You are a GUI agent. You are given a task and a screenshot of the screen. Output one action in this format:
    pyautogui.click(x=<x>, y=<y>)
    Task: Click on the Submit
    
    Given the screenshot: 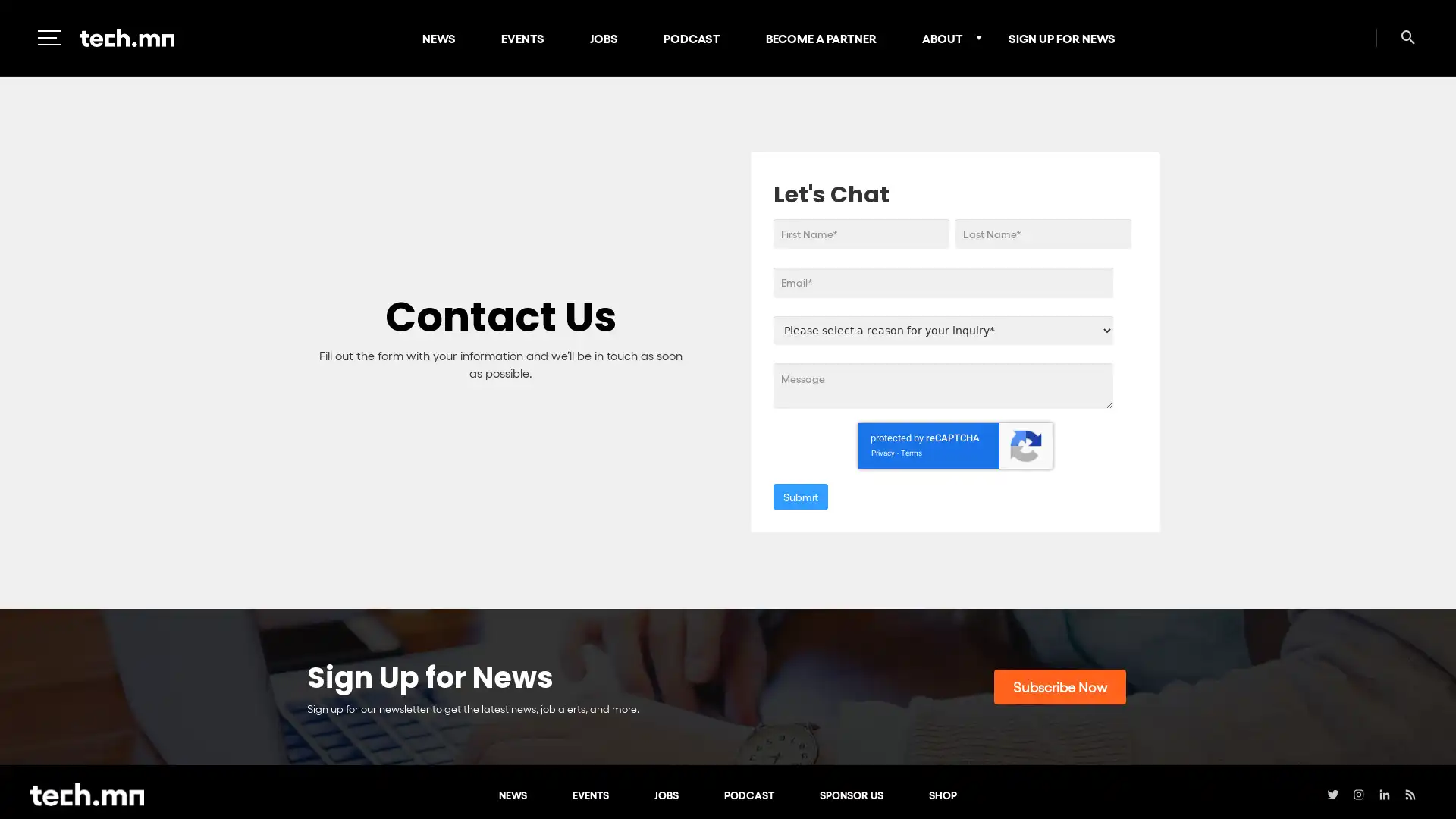 What is the action you would take?
    pyautogui.click(x=800, y=496)
    